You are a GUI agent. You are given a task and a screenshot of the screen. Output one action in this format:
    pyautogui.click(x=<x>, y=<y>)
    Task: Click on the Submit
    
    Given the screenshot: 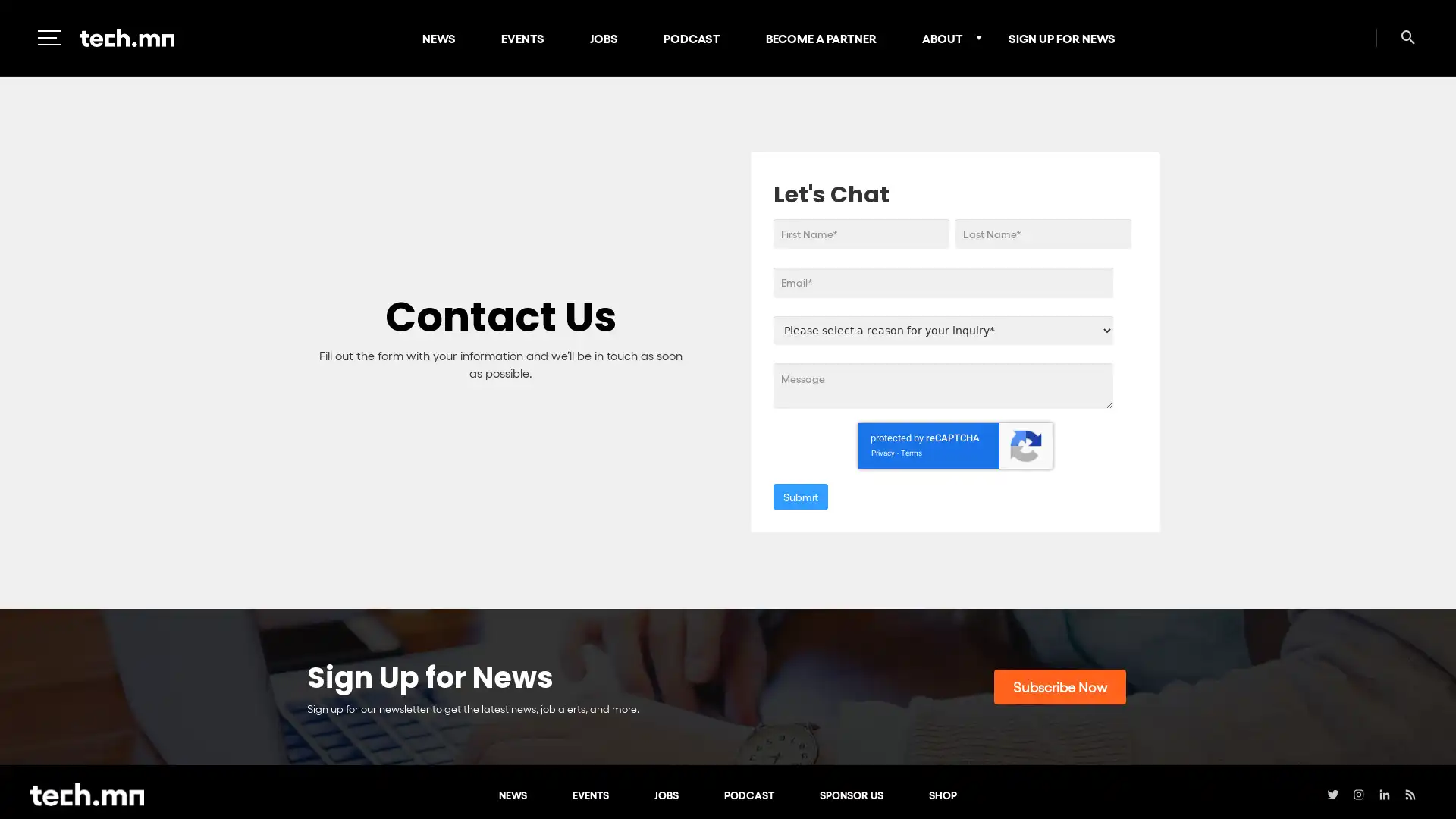 What is the action you would take?
    pyautogui.click(x=800, y=496)
    